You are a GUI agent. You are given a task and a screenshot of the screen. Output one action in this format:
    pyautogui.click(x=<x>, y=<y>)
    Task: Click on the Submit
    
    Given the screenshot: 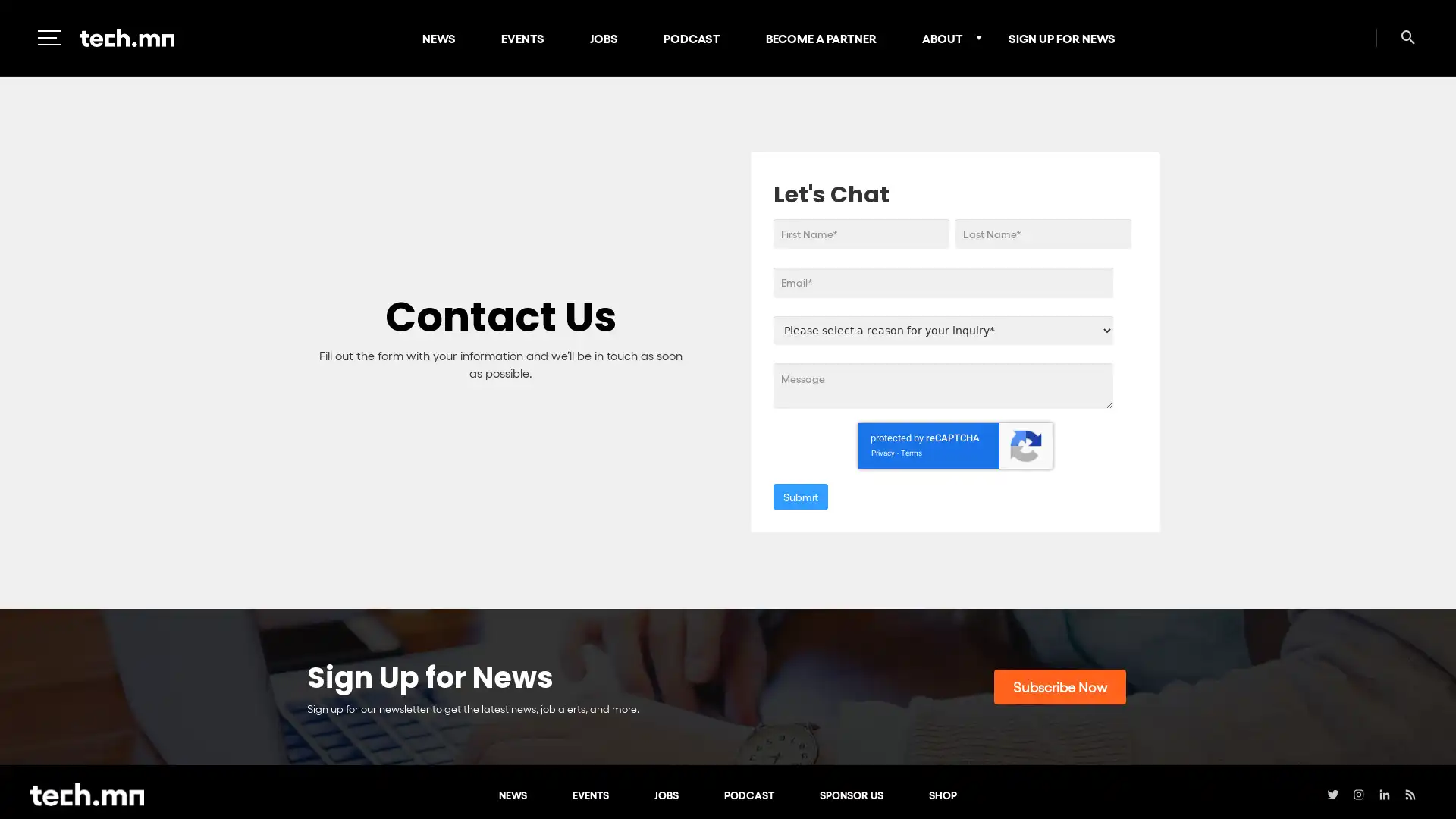 What is the action you would take?
    pyautogui.click(x=800, y=496)
    